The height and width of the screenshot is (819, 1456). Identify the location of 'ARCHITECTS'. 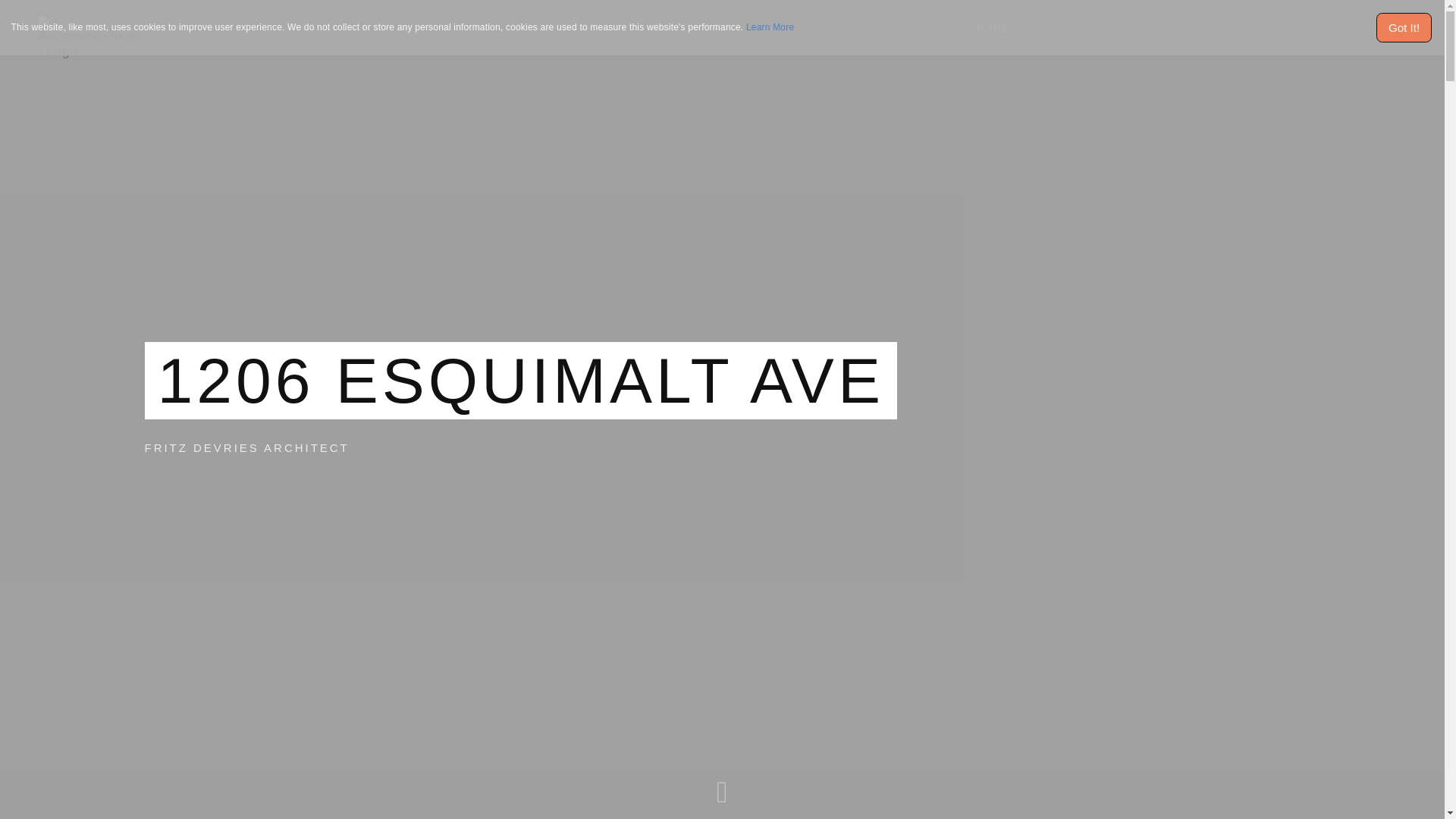
(1285, 28).